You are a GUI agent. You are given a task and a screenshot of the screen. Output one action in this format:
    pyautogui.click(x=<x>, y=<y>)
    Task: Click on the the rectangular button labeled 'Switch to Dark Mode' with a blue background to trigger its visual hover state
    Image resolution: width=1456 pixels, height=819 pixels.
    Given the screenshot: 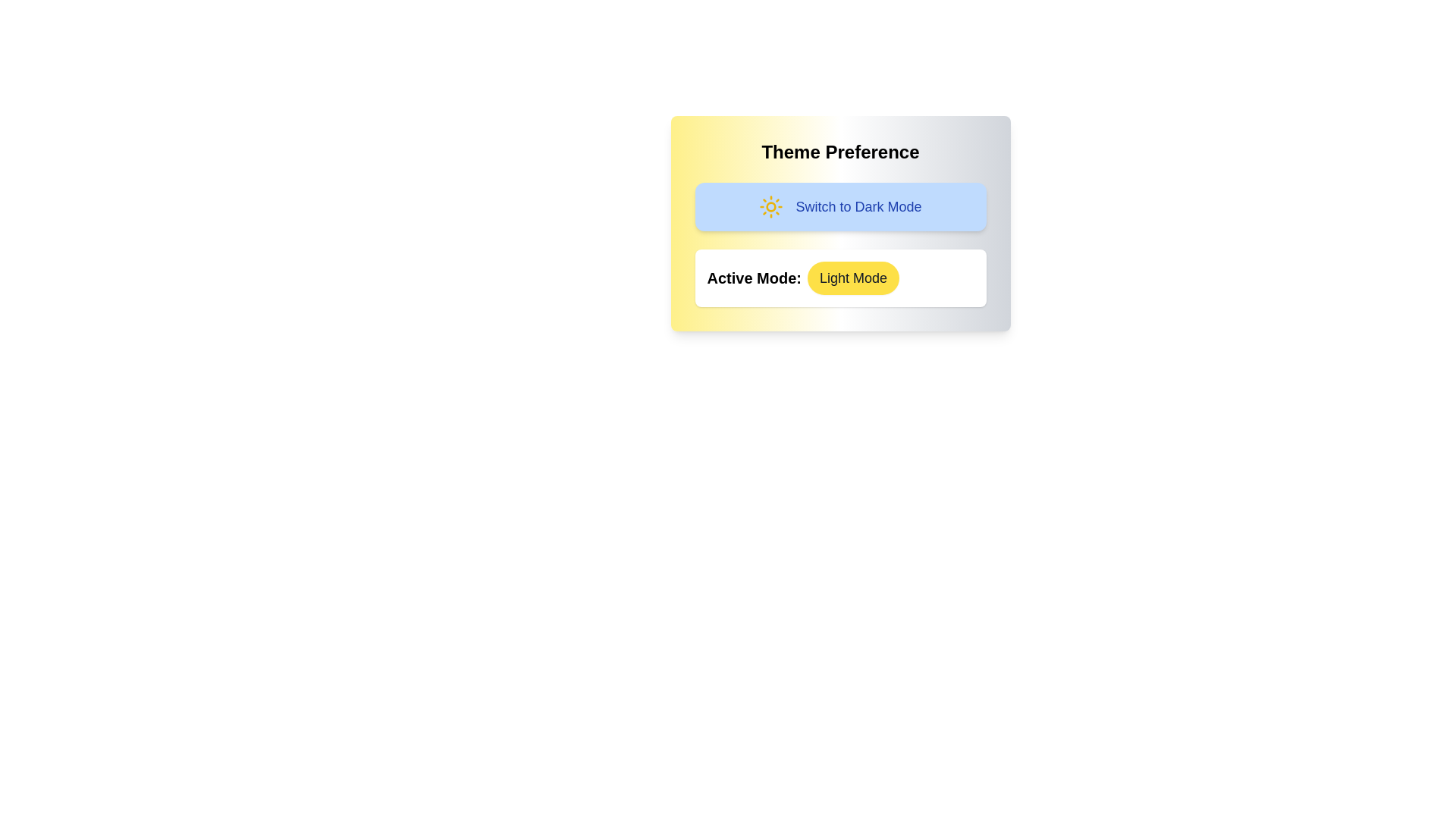 What is the action you would take?
    pyautogui.click(x=839, y=207)
    